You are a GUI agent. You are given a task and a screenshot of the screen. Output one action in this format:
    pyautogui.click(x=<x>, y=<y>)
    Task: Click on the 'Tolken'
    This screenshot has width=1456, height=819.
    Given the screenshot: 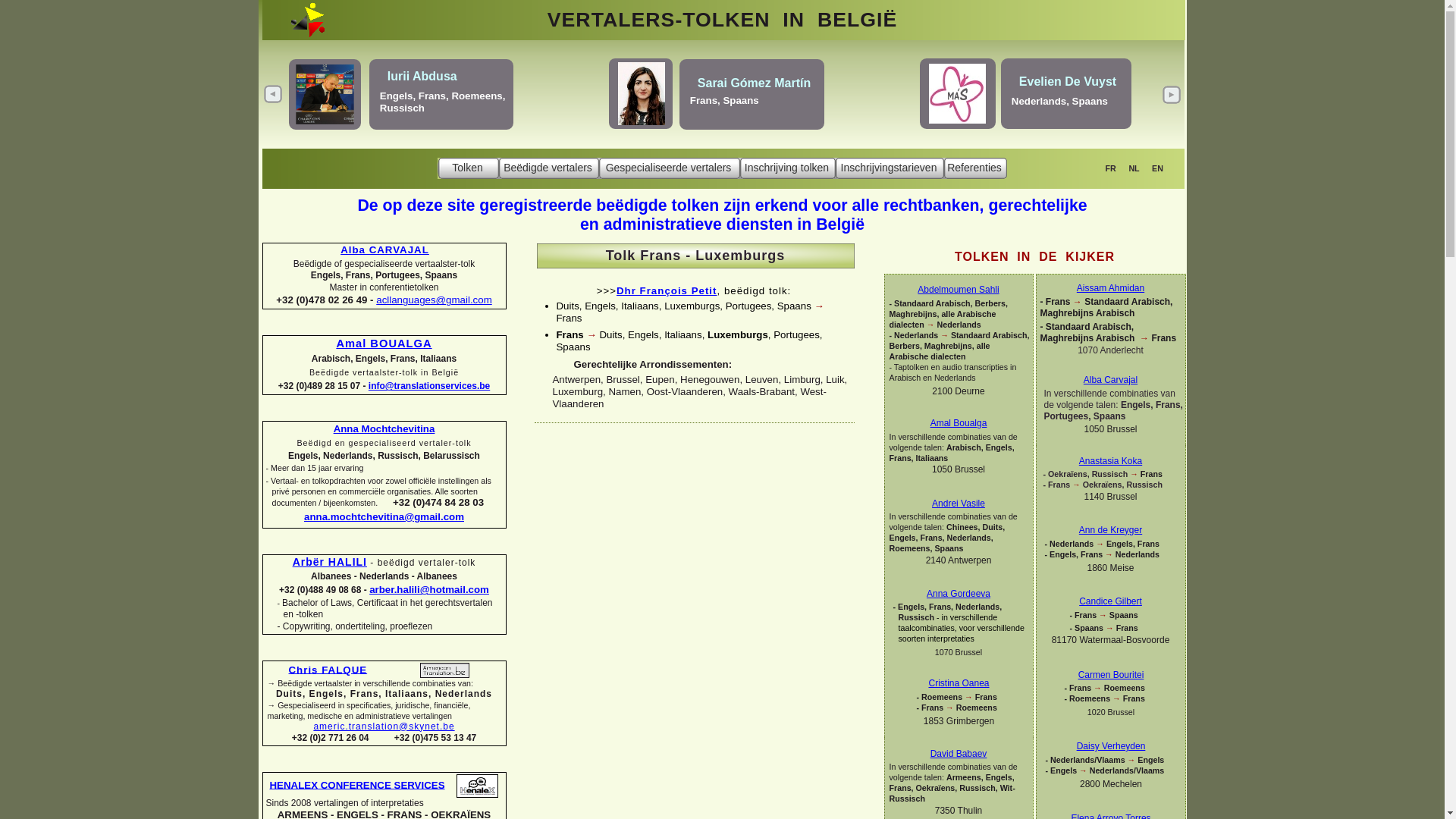 What is the action you would take?
    pyautogui.click(x=468, y=168)
    